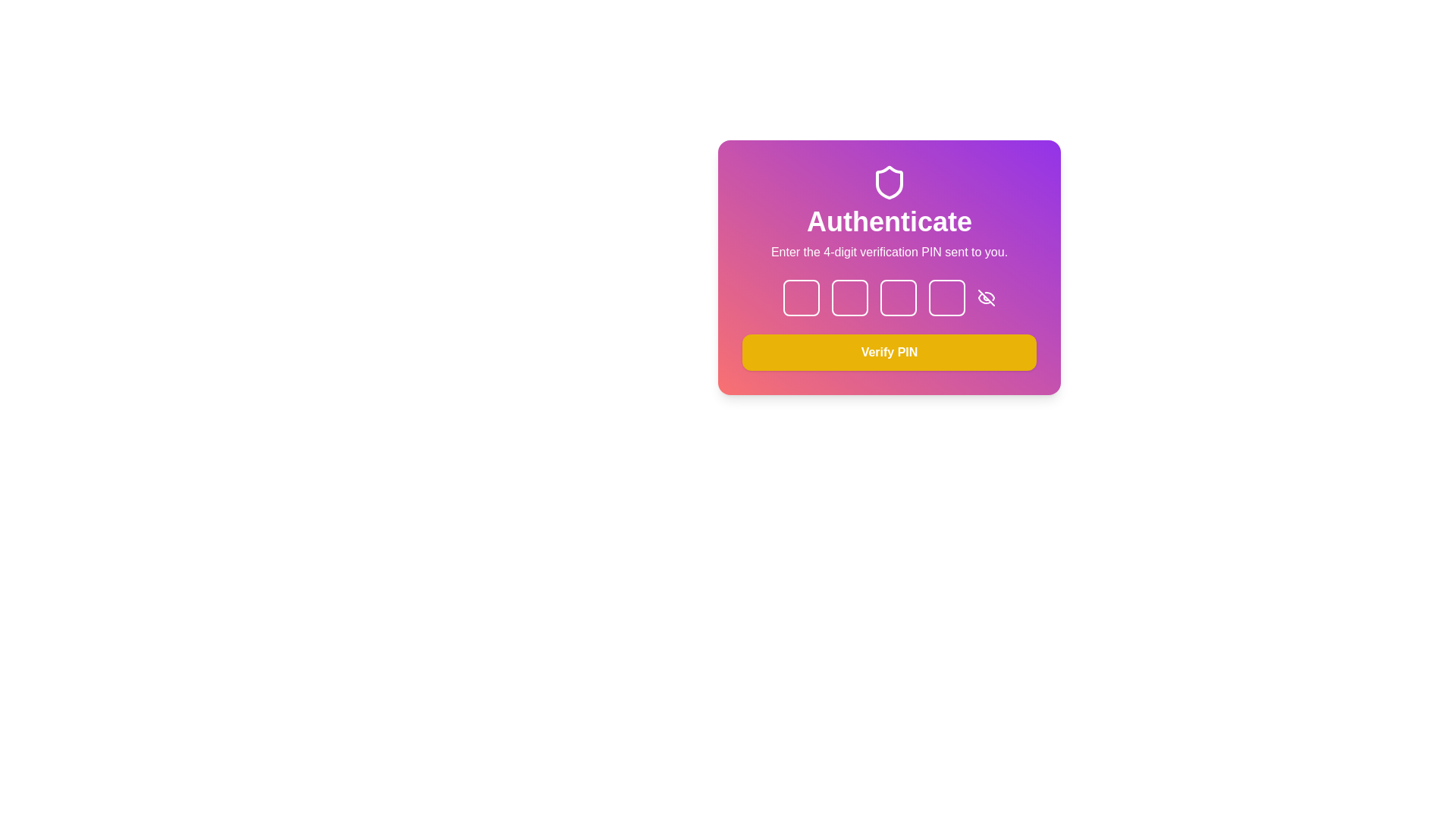 This screenshot has width=1456, height=819. Describe the element at coordinates (986, 298) in the screenshot. I see `the icon button located to the right of the last box in the PIN input section` at that location.